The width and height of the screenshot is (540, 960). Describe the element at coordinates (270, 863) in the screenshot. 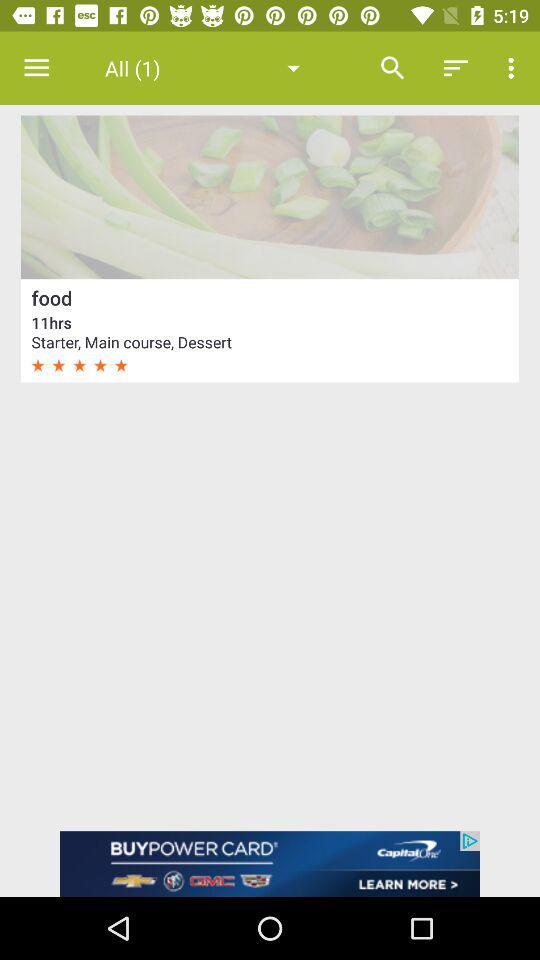

I see `advertisement` at that location.